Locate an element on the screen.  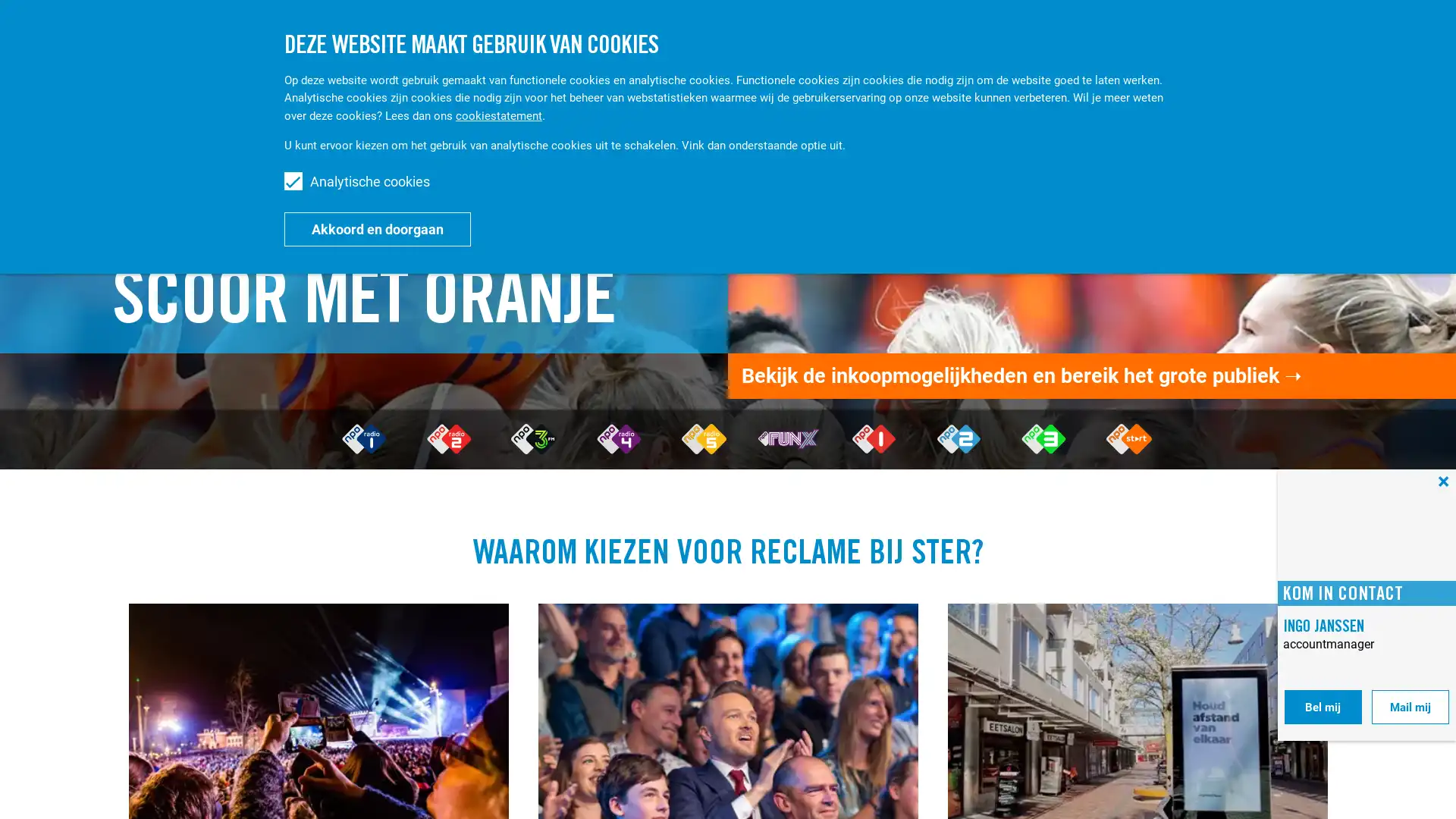
Bel mij is located at coordinates (1322, 707).